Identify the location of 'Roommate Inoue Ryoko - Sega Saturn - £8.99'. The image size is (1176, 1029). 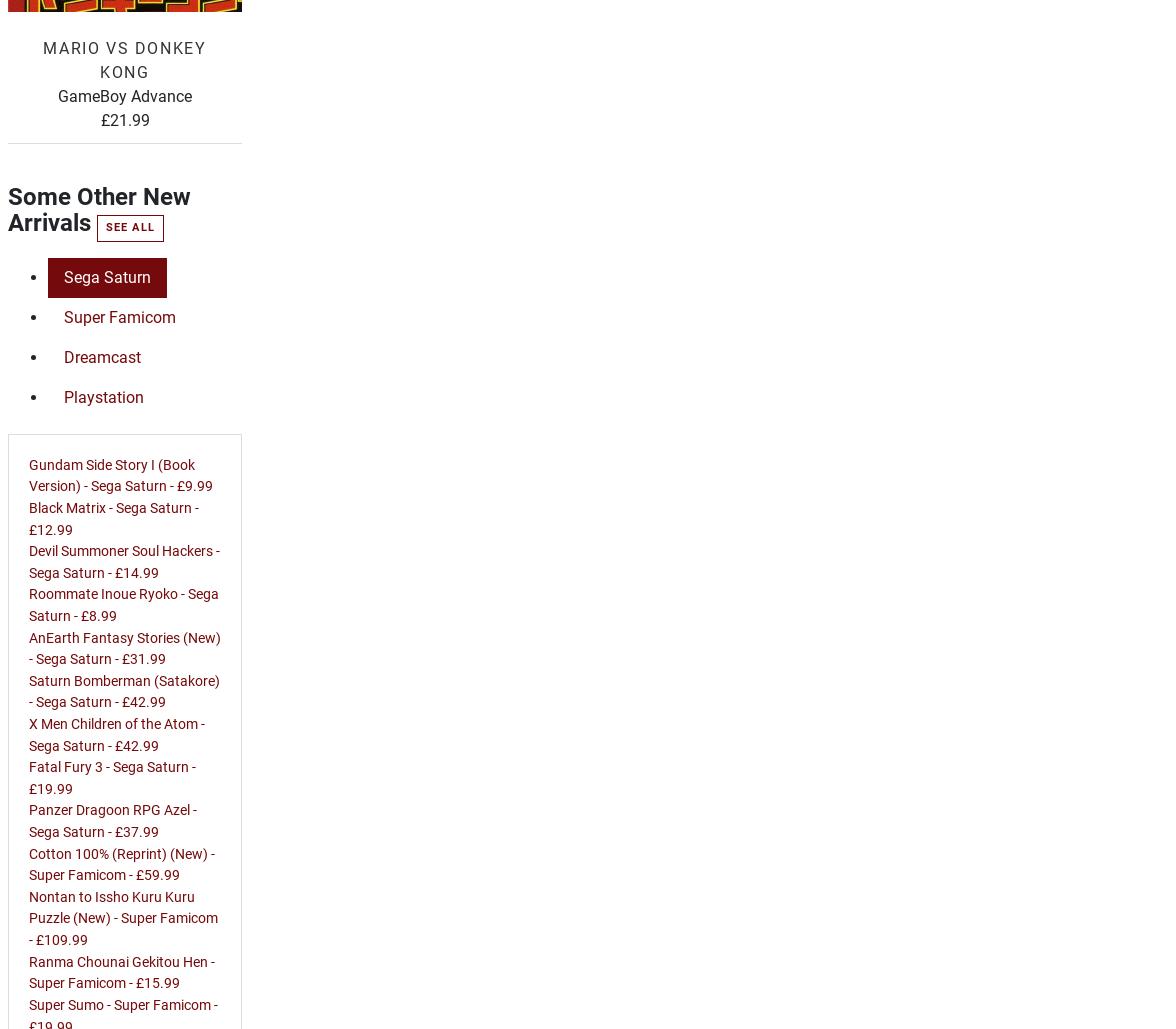
(123, 604).